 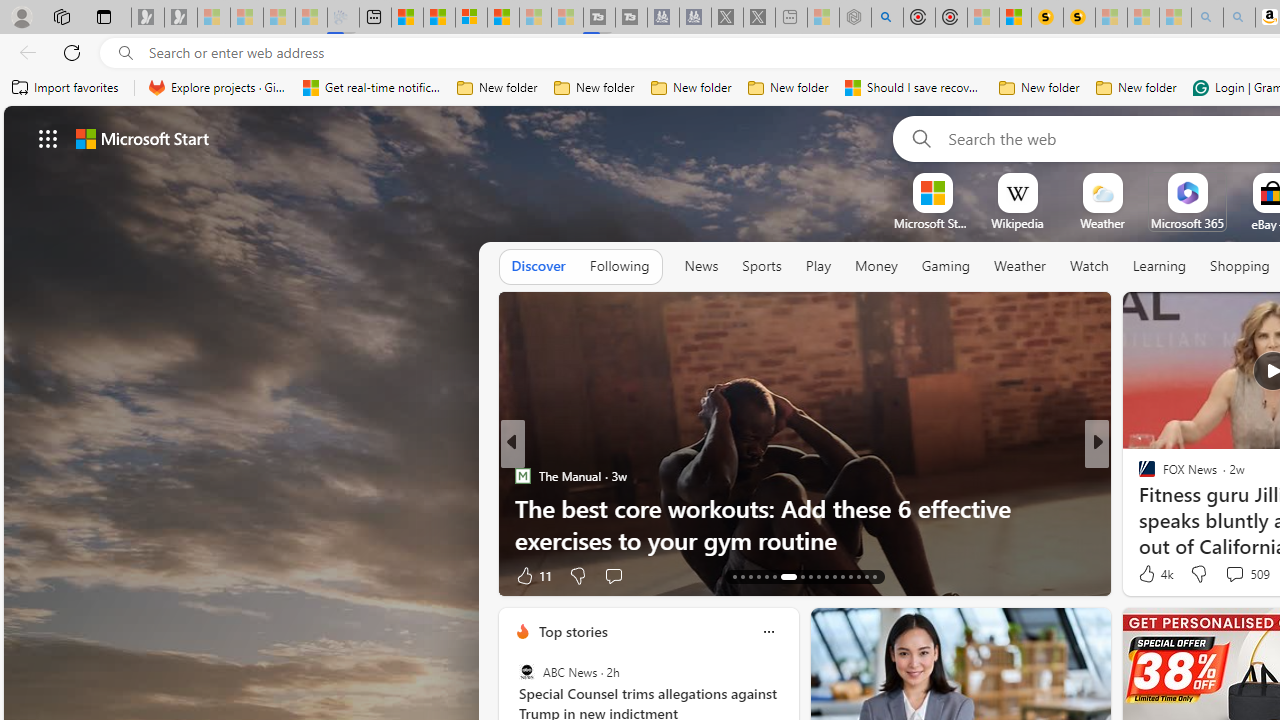 What do you see at coordinates (1239, 265) in the screenshot?
I see `'Shopping'` at bounding box center [1239, 265].